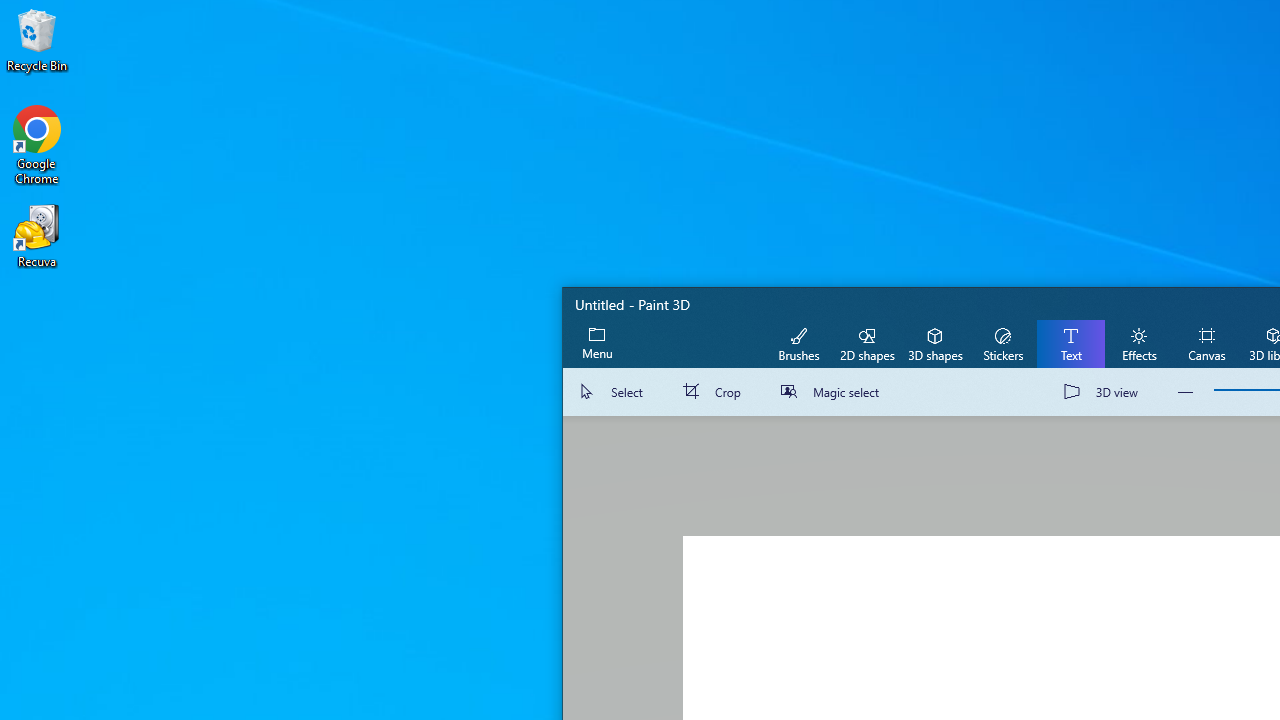  Describe the element at coordinates (1069, 342) in the screenshot. I see `'Text'` at that location.